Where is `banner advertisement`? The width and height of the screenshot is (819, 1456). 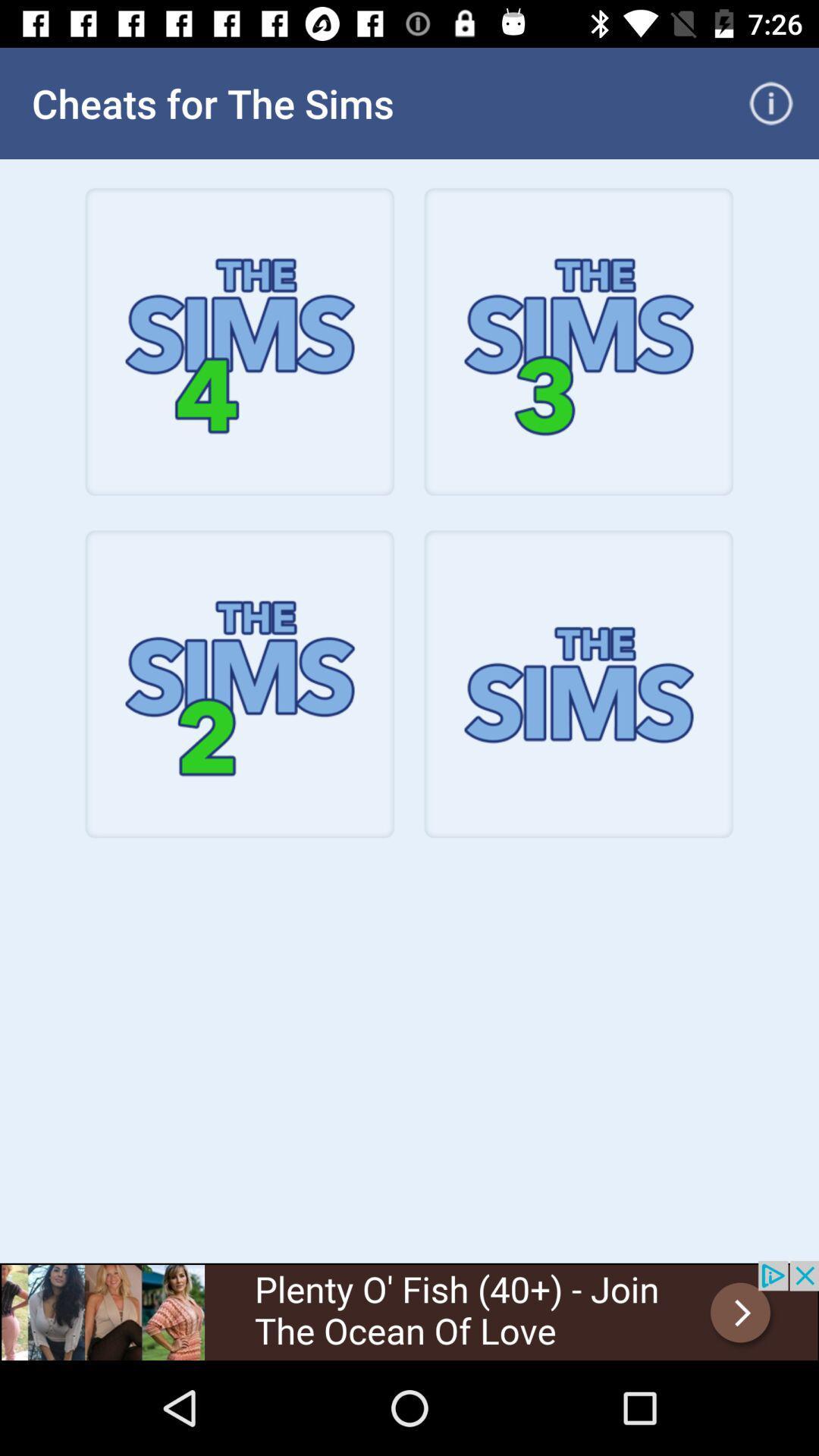
banner advertisement is located at coordinates (409, 1310).